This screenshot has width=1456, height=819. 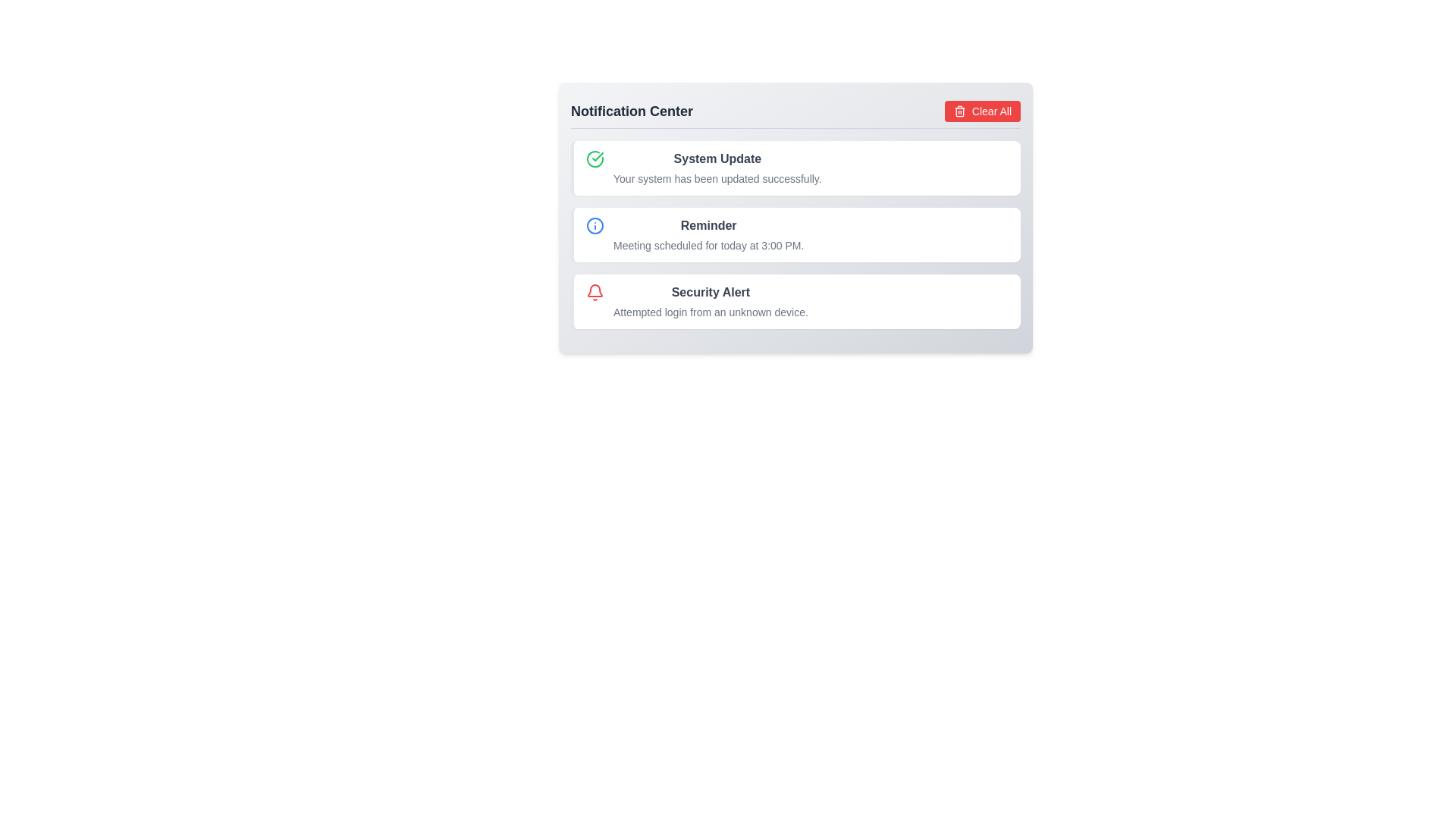 What do you see at coordinates (795, 301) in the screenshot?
I see `the 'Security Alert' notification card, which is the third notification in the Notification Center` at bounding box center [795, 301].